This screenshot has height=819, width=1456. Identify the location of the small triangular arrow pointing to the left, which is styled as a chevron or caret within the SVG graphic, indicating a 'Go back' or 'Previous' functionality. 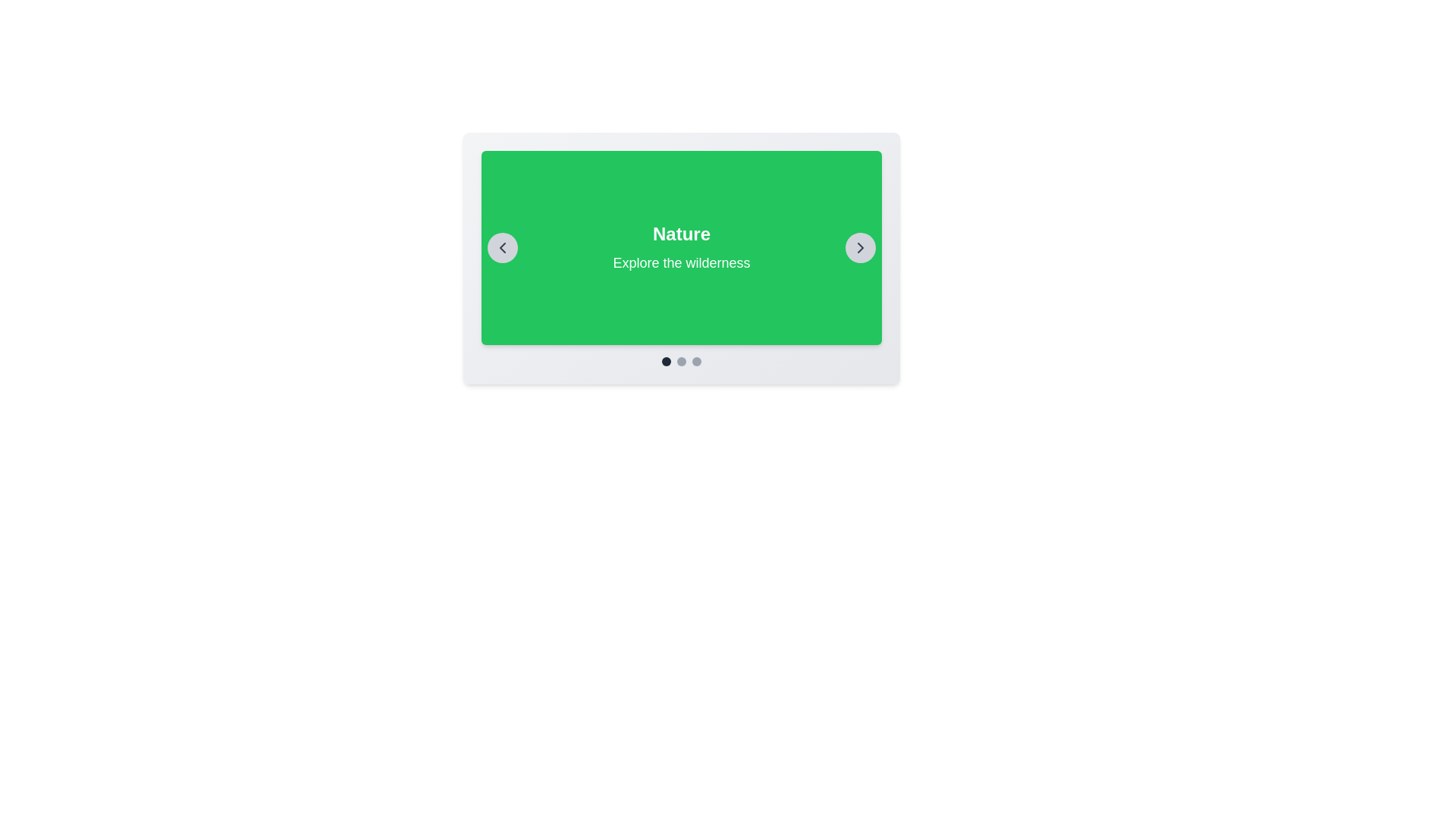
(502, 247).